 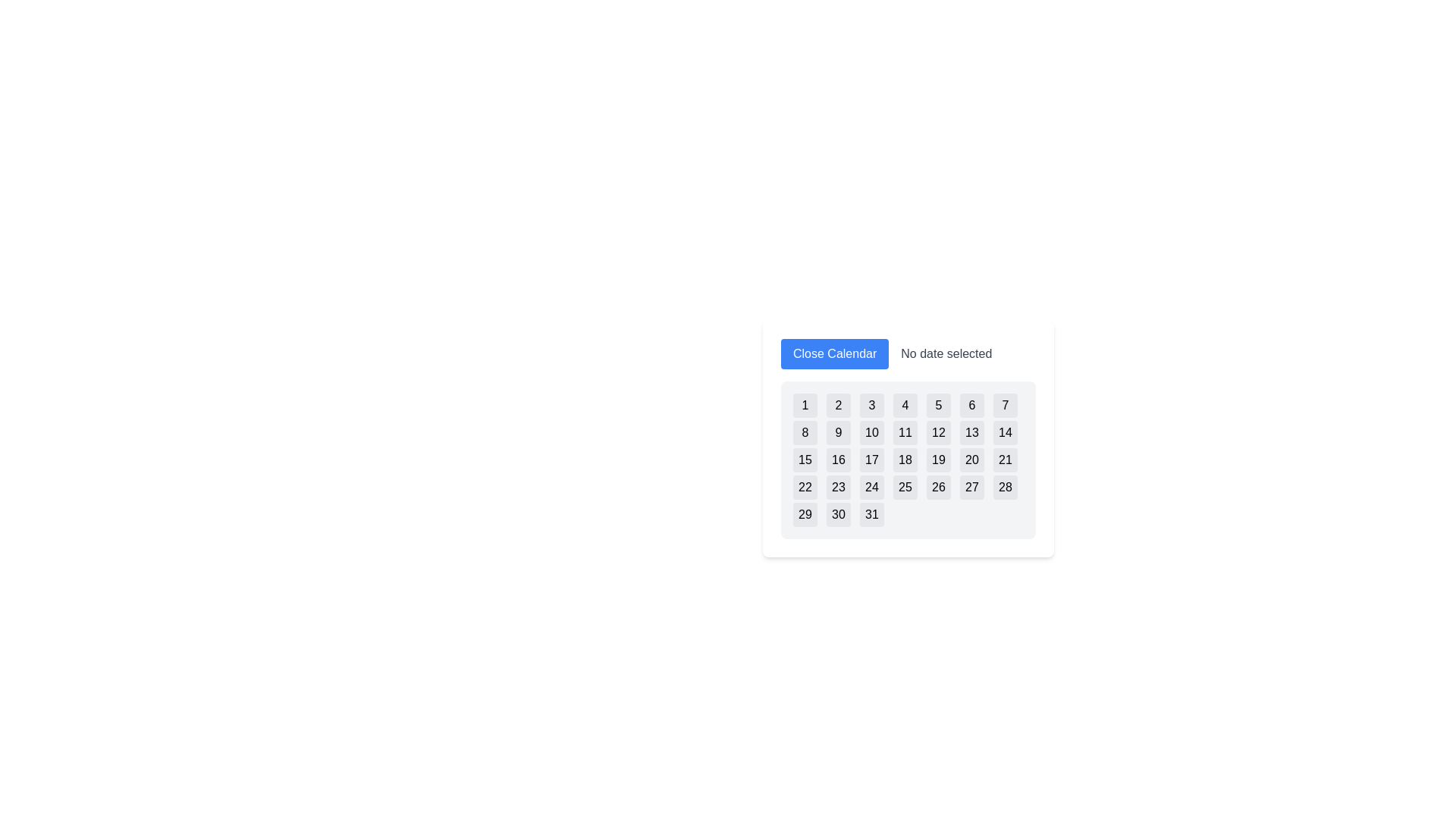 What do you see at coordinates (872, 513) in the screenshot?
I see `the button representing the 31st day in the calendar interface` at bounding box center [872, 513].